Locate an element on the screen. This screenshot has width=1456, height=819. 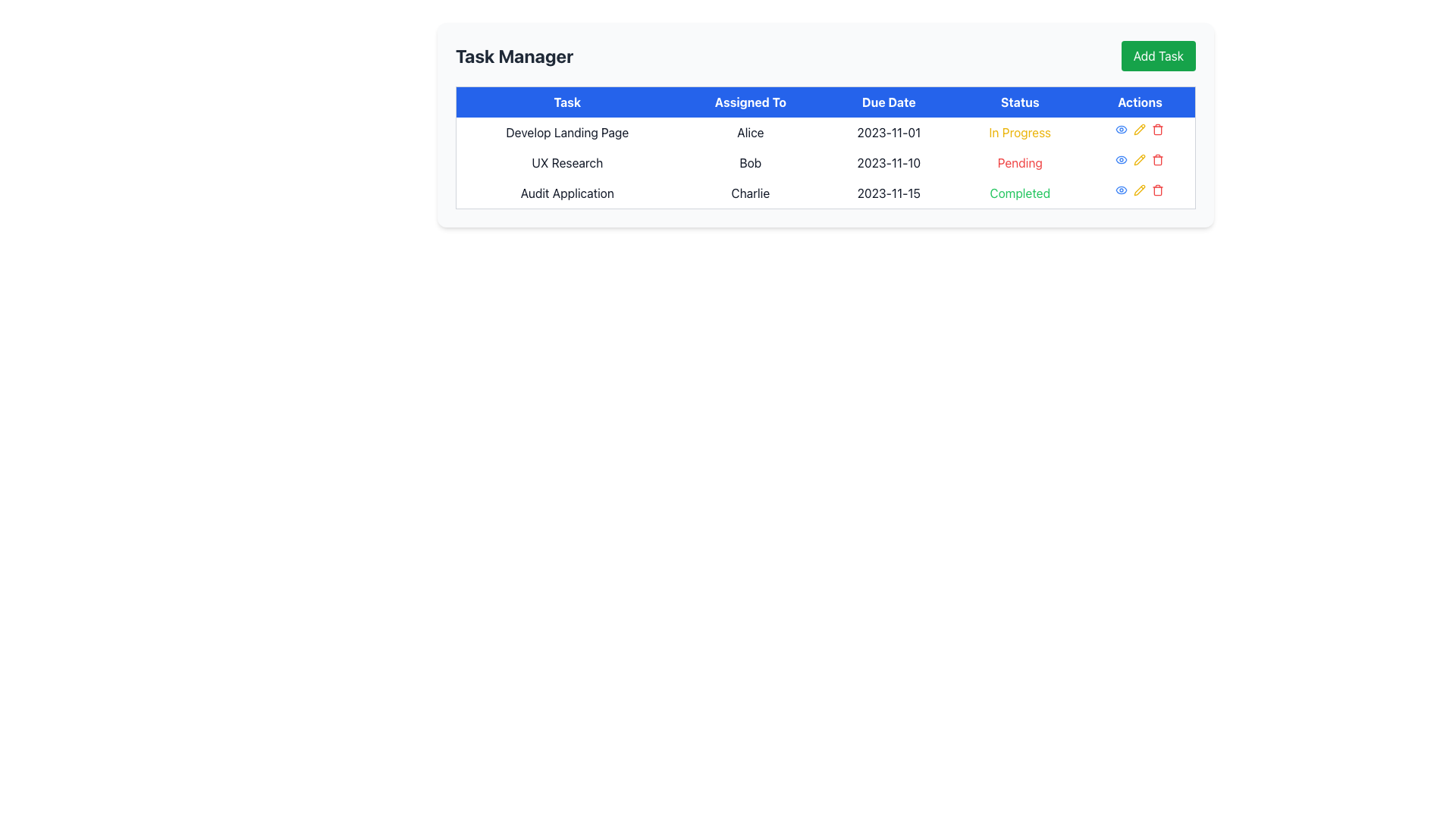
the eye-shaped icon in the Actions column of the first row in the table is located at coordinates (1122, 160).